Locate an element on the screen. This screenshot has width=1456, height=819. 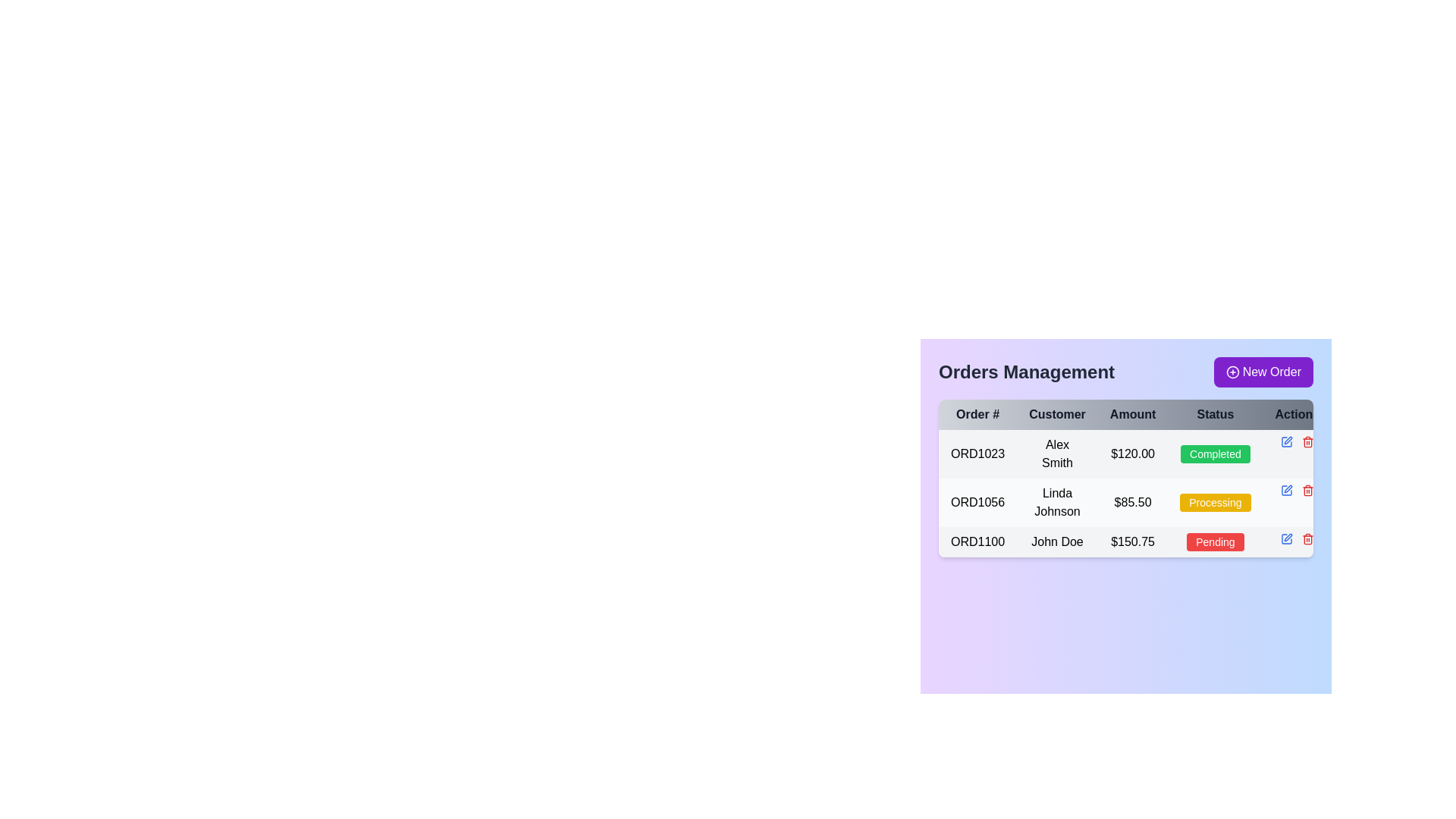
the edit icon button located in the 'Action' column of the table corresponding to order 'ORD1056' to initiate editing is located at coordinates (1285, 491).